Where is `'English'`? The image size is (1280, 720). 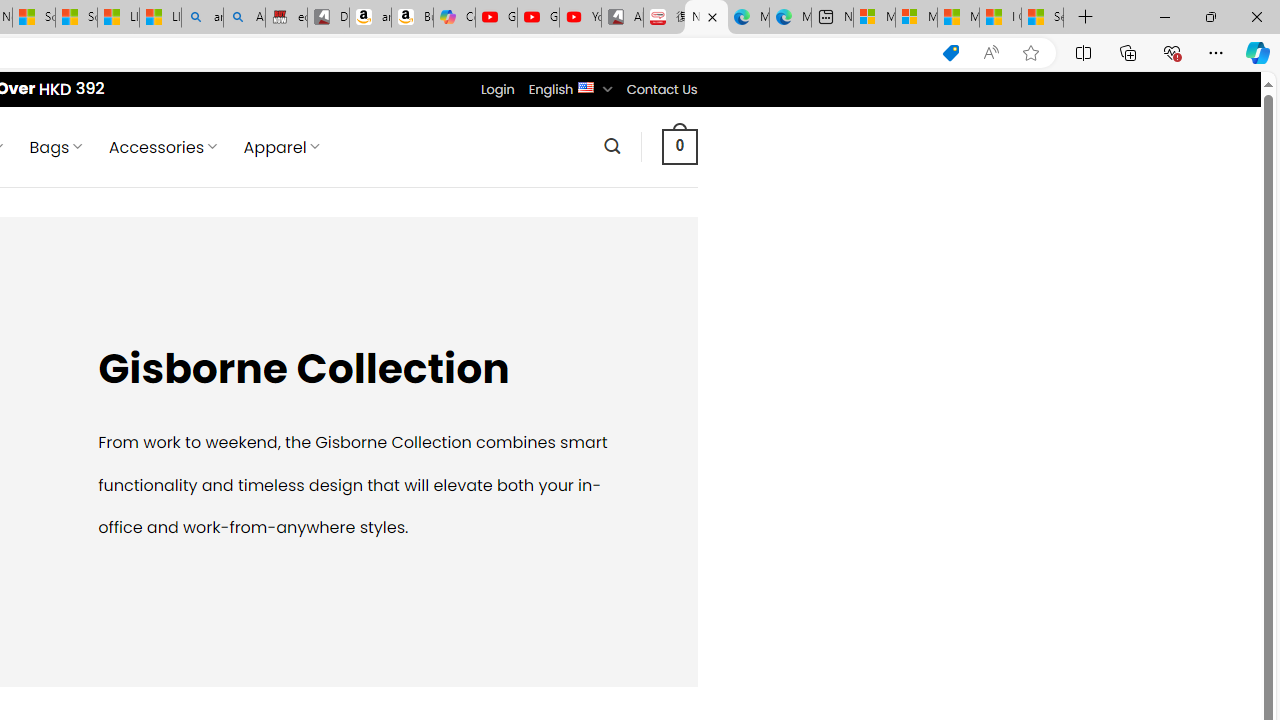 'English' is located at coordinates (585, 85).